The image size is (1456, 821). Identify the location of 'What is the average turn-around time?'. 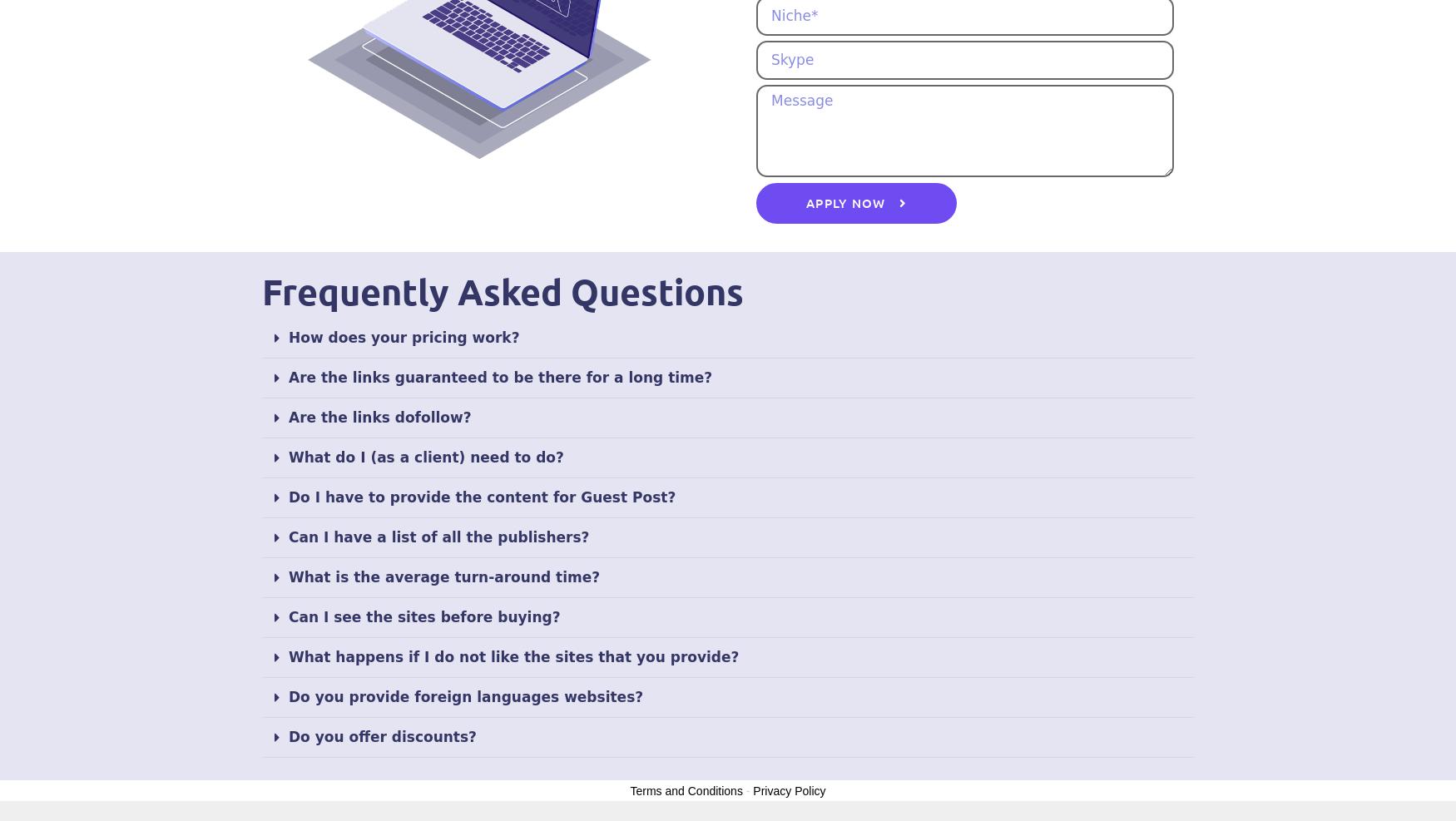
(443, 576).